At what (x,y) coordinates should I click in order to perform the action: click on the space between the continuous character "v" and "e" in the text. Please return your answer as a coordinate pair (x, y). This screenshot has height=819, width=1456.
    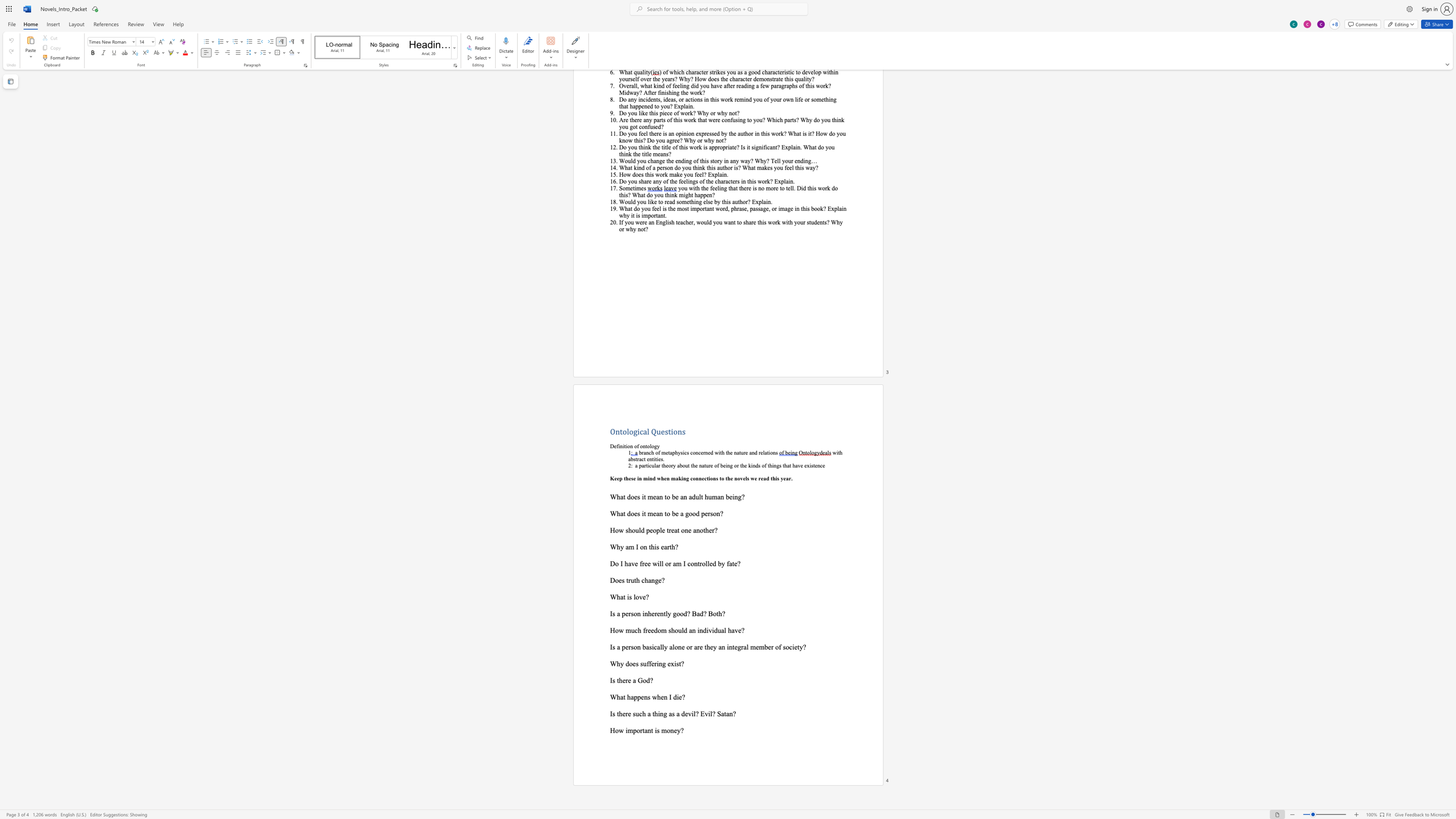
    Looking at the image, I should click on (642, 596).